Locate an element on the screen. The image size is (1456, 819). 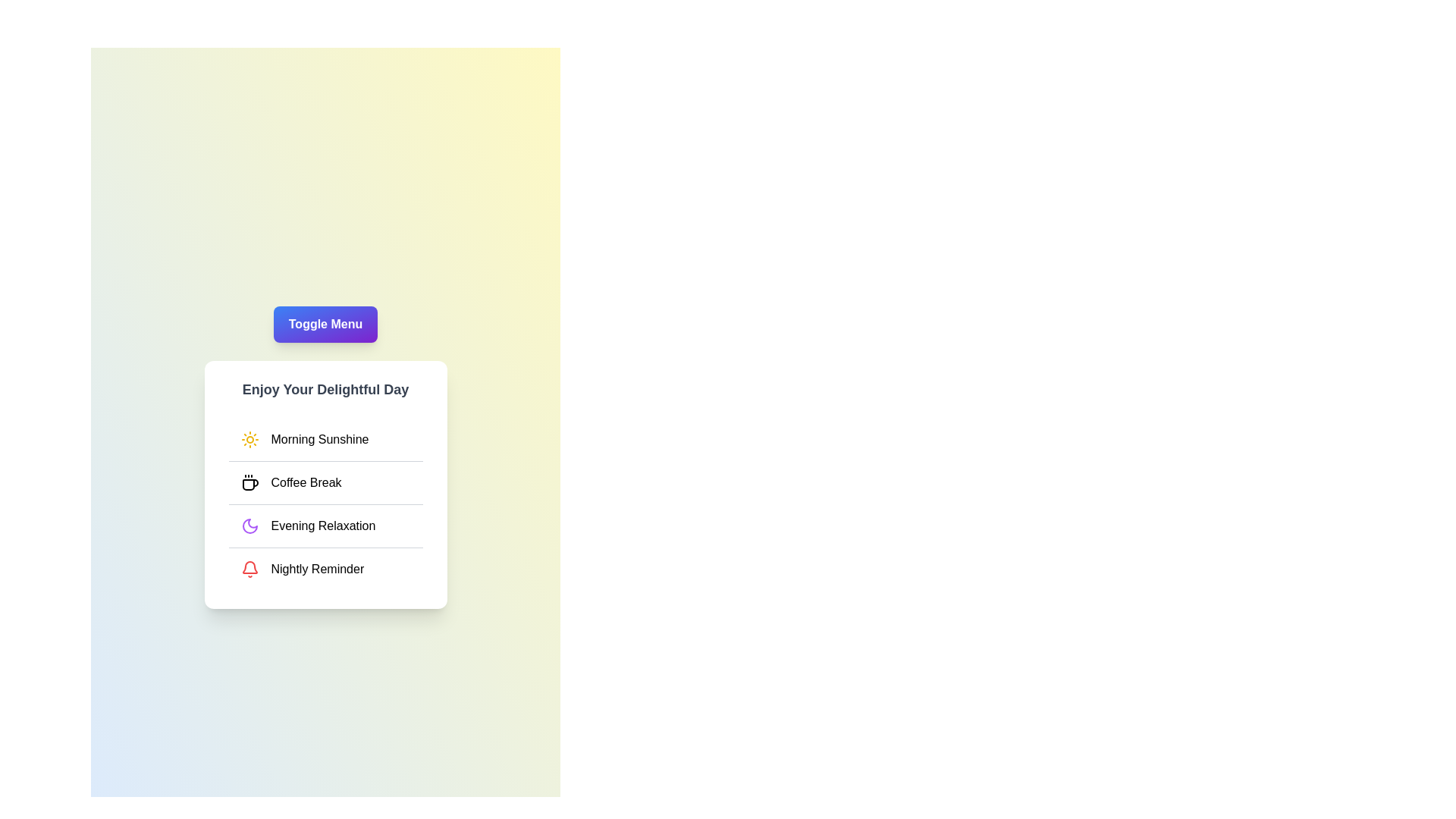
the menu item Morning Sunshine is located at coordinates (325, 439).